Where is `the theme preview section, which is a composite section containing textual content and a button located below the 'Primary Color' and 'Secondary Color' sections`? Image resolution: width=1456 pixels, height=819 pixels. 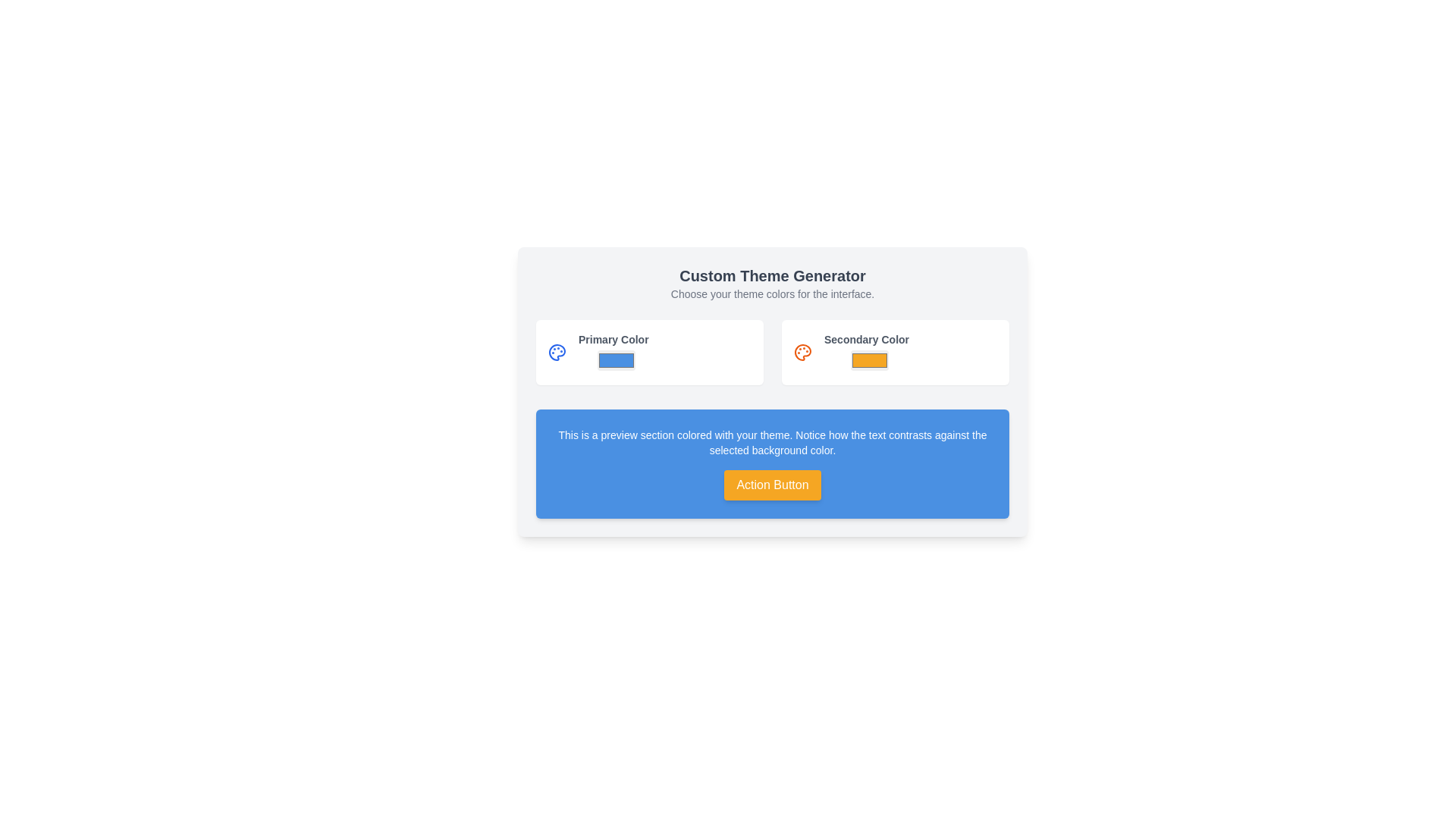 the theme preview section, which is a composite section containing textual content and a button located below the 'Primary Color' and 'Secondary Color' sections is located at coordinates (772, 463).